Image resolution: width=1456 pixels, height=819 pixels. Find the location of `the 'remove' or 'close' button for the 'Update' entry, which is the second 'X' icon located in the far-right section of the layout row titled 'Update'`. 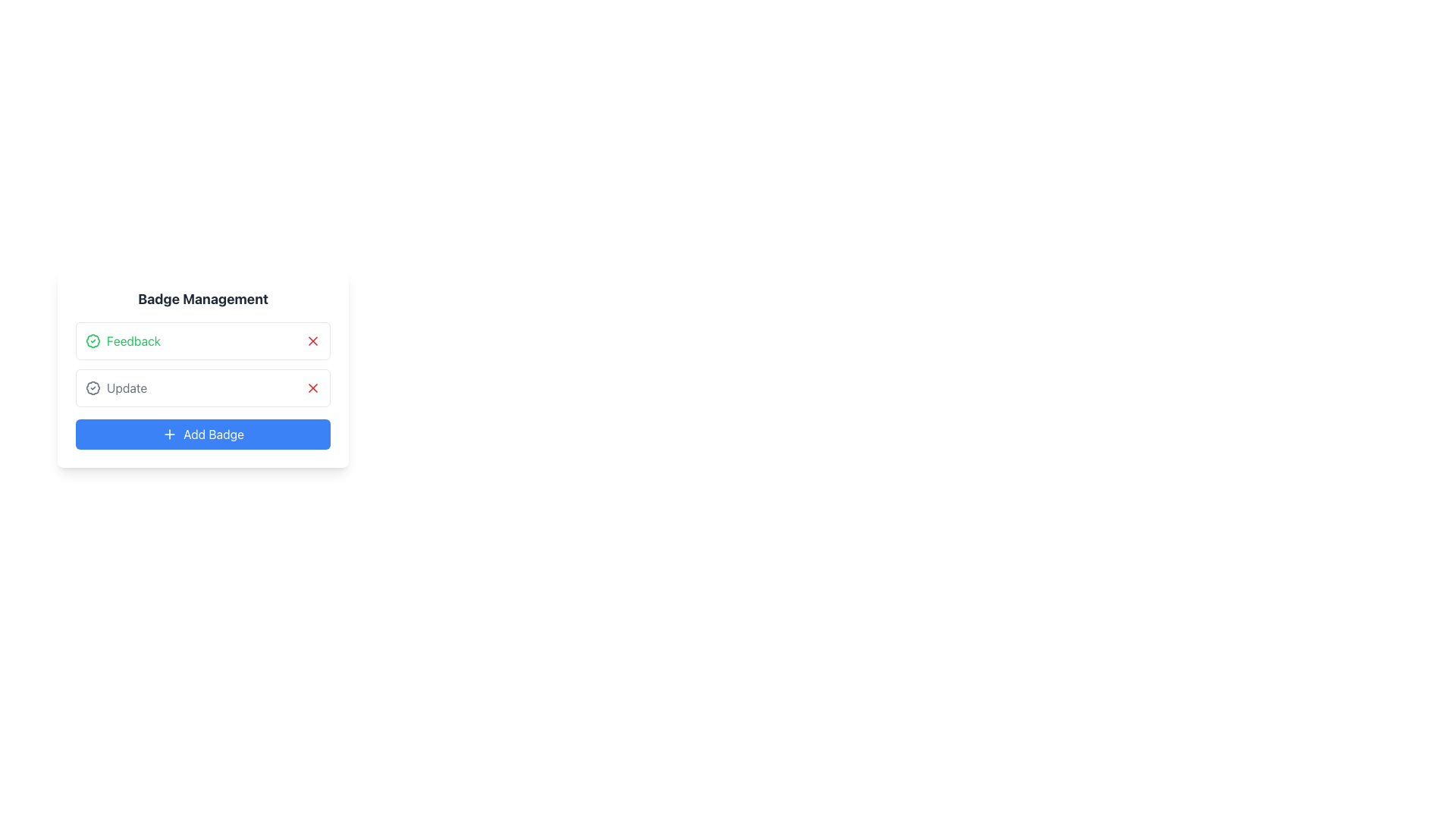

the 'remove' or 'close' button for the 'Update' entry, which is the second 'X' icon located in the far-right section of the layout row titled 'Update' is located at coordinates (312, 388).